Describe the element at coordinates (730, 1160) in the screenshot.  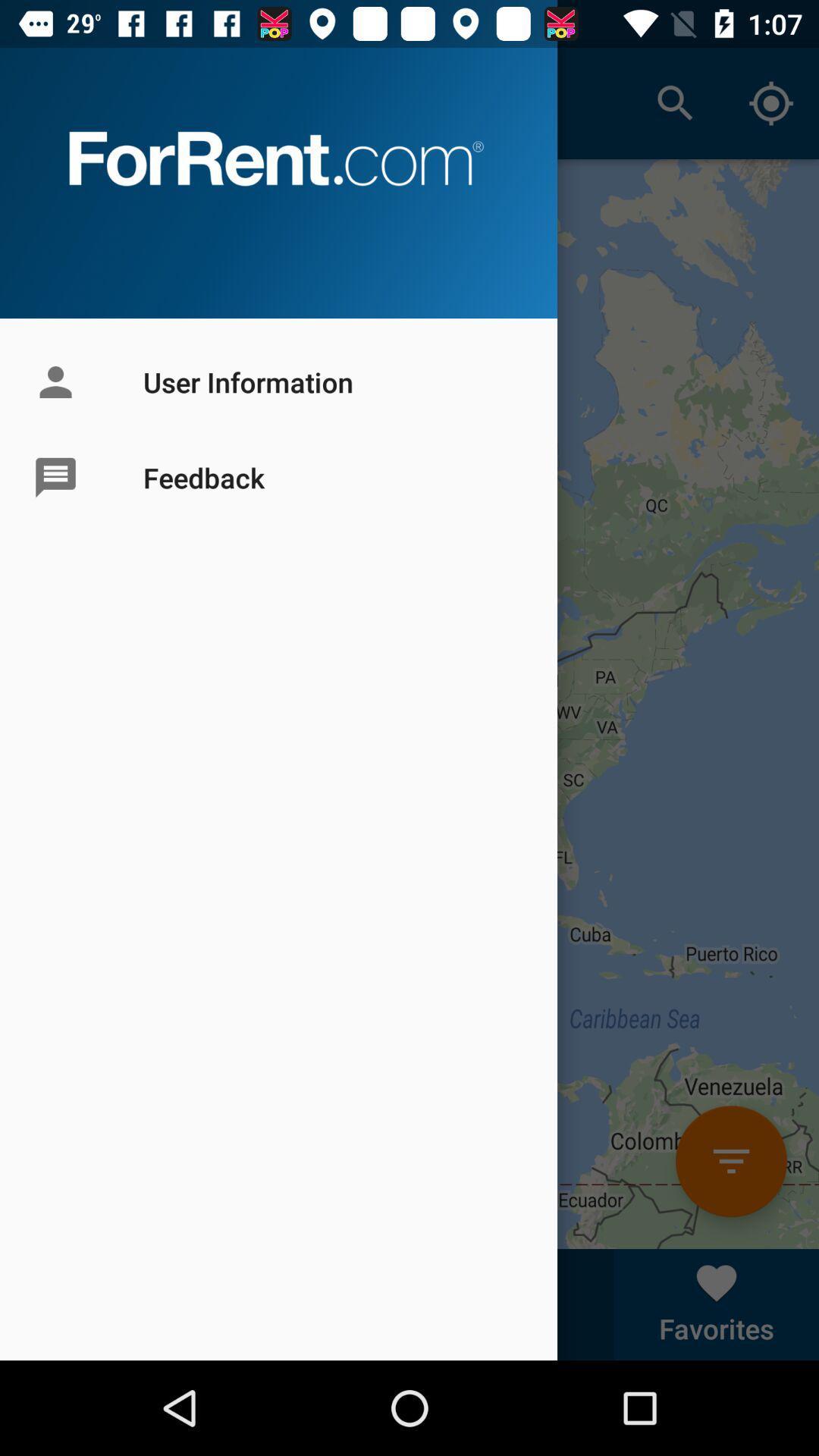
I see `wi if` at that location.